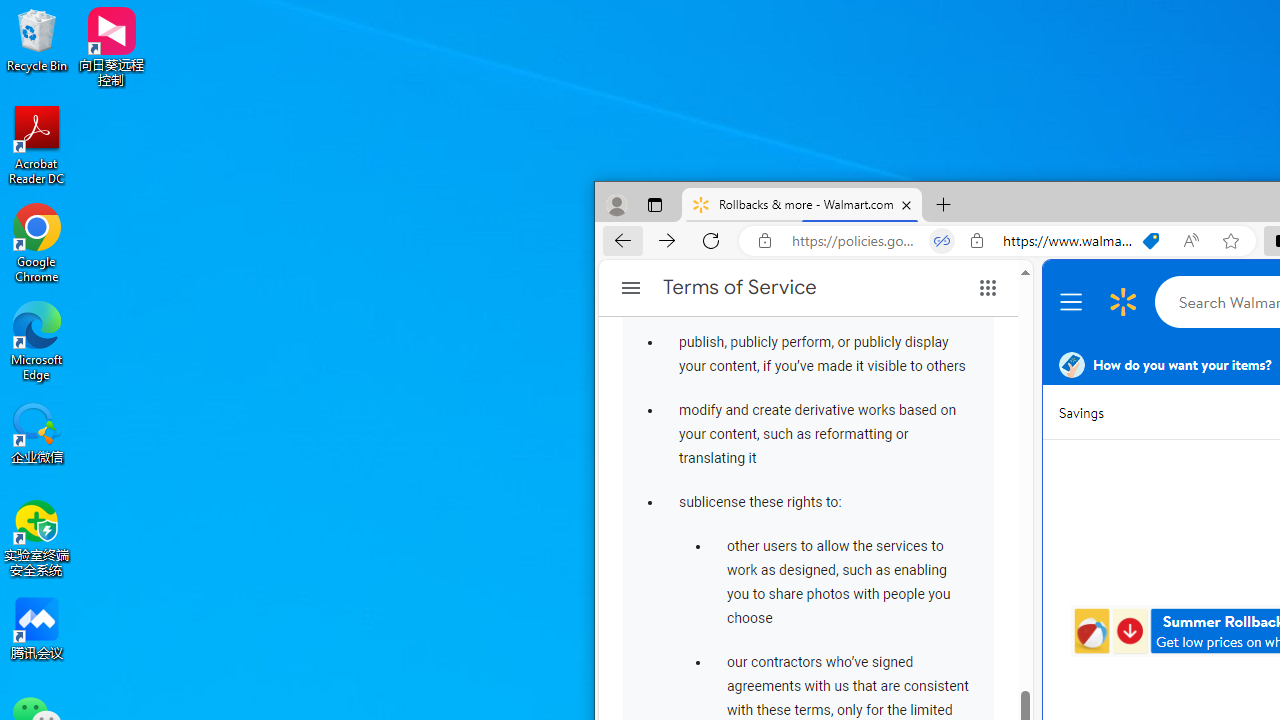 Image resolution: width=1280 pixels, height=720 pixels. I want to click on 'Tabs in split screen', so click(941, 240).